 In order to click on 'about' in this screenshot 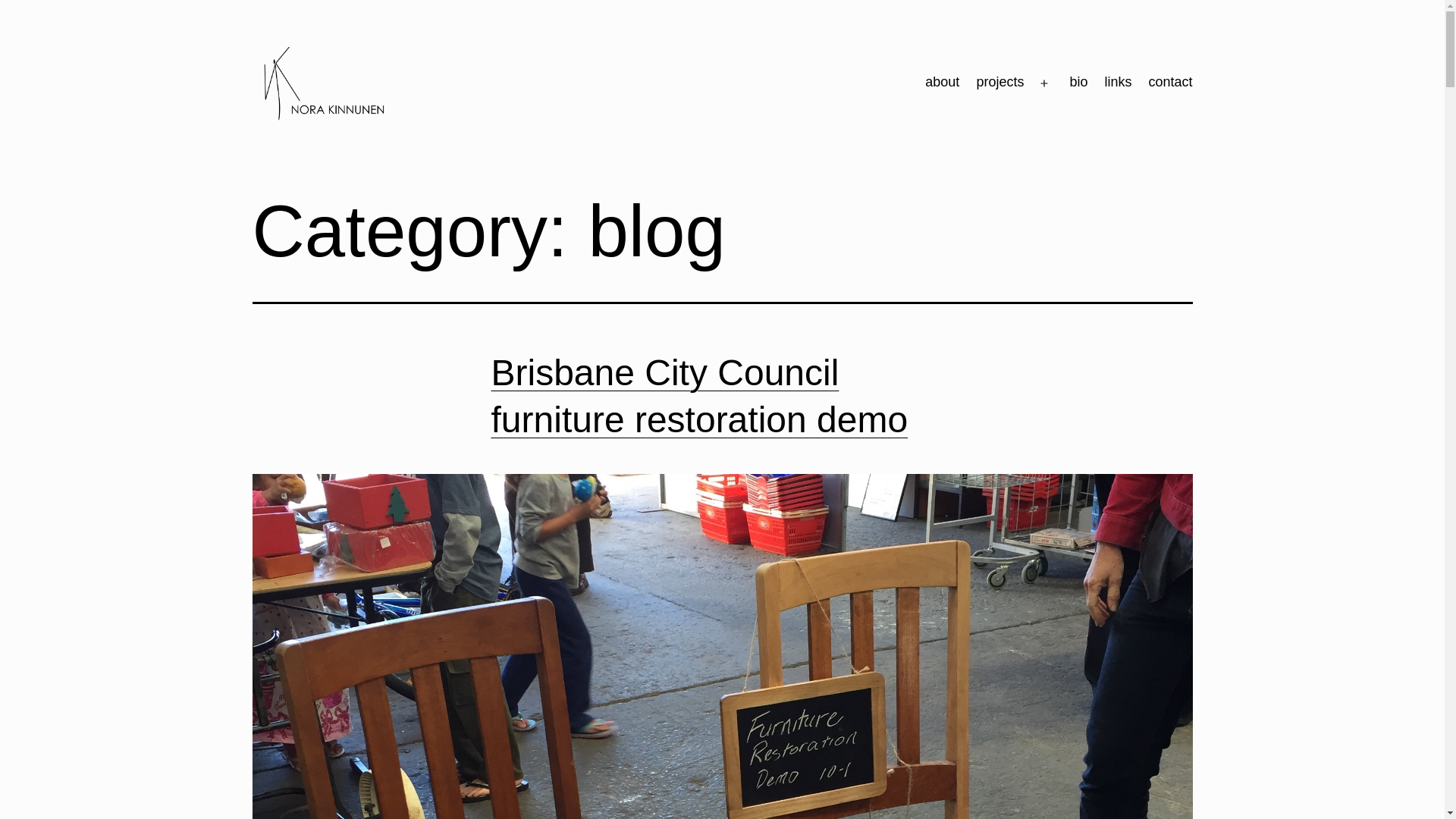, I will do `click(941, 83)`.